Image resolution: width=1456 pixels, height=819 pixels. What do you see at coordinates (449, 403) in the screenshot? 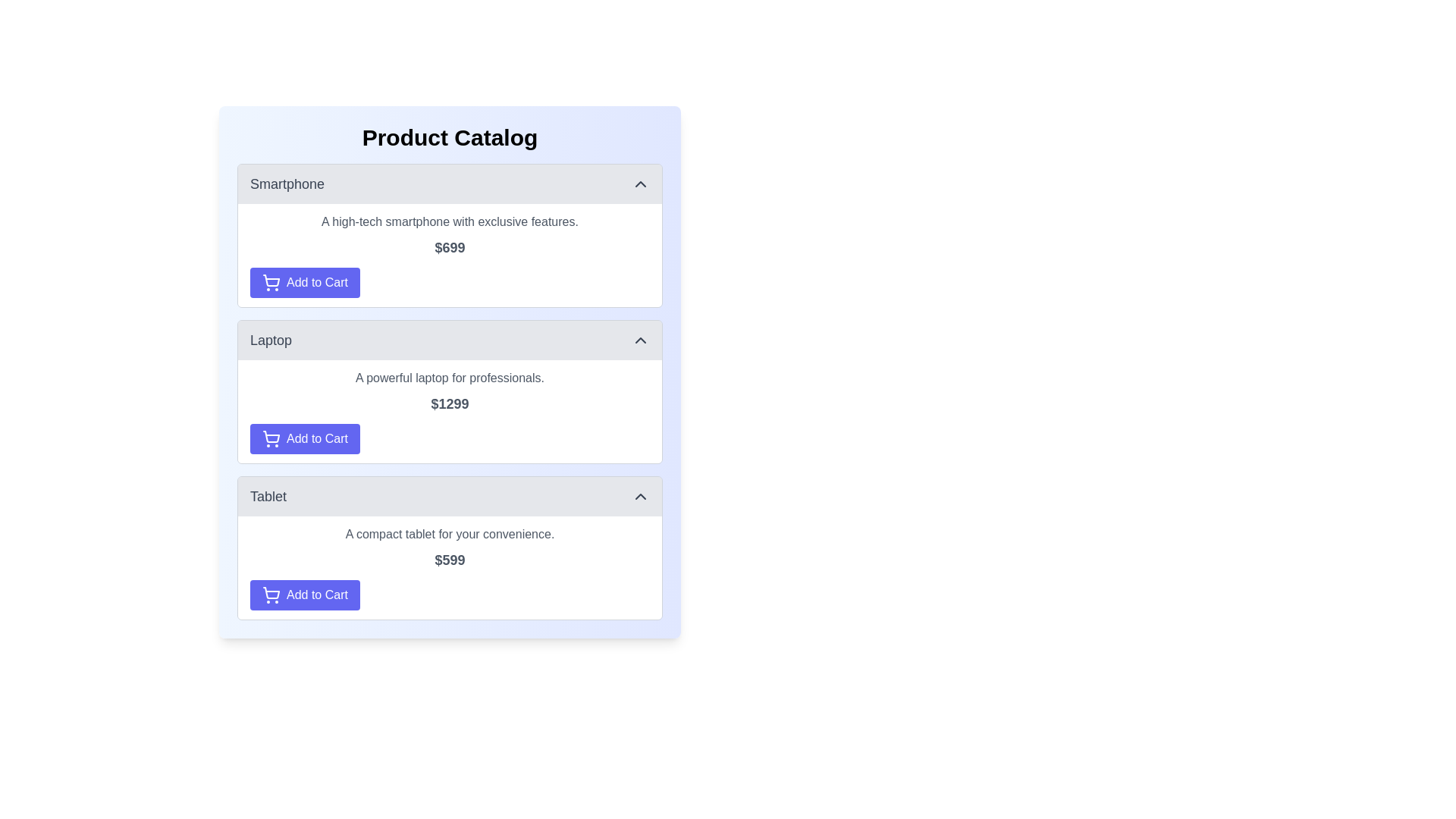
I see `the price text label displaying '$1299' located in the 'Laptop' section of the product catalog, positioned between the description and the 'Add to Cart' button` at bounding box center [449, 403].